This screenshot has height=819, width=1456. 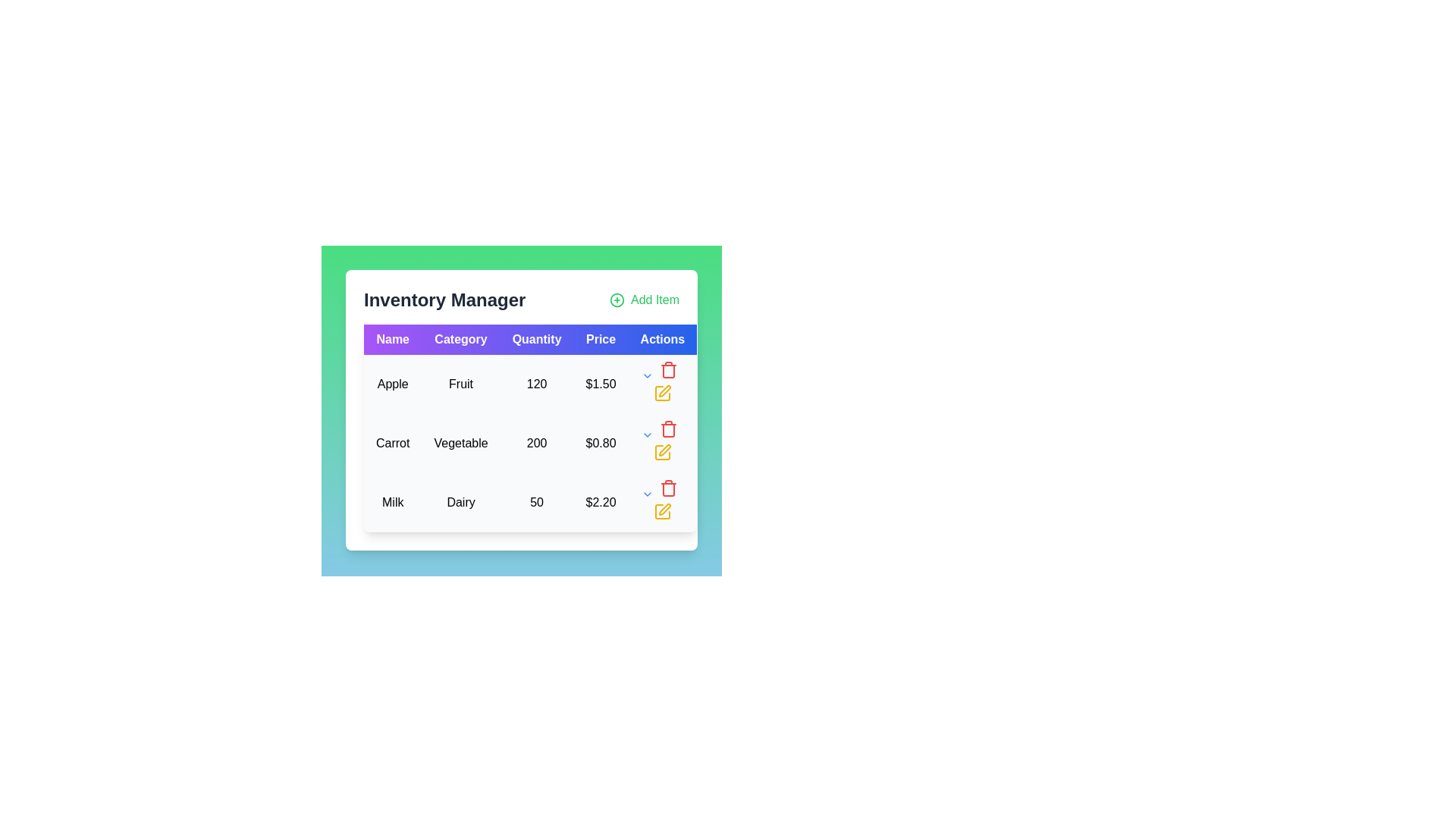 I want to click on the numerical text label displaying '50' located in the 'Quantity' column of the 'Milk' row in the table, so click(x=537, y=503).